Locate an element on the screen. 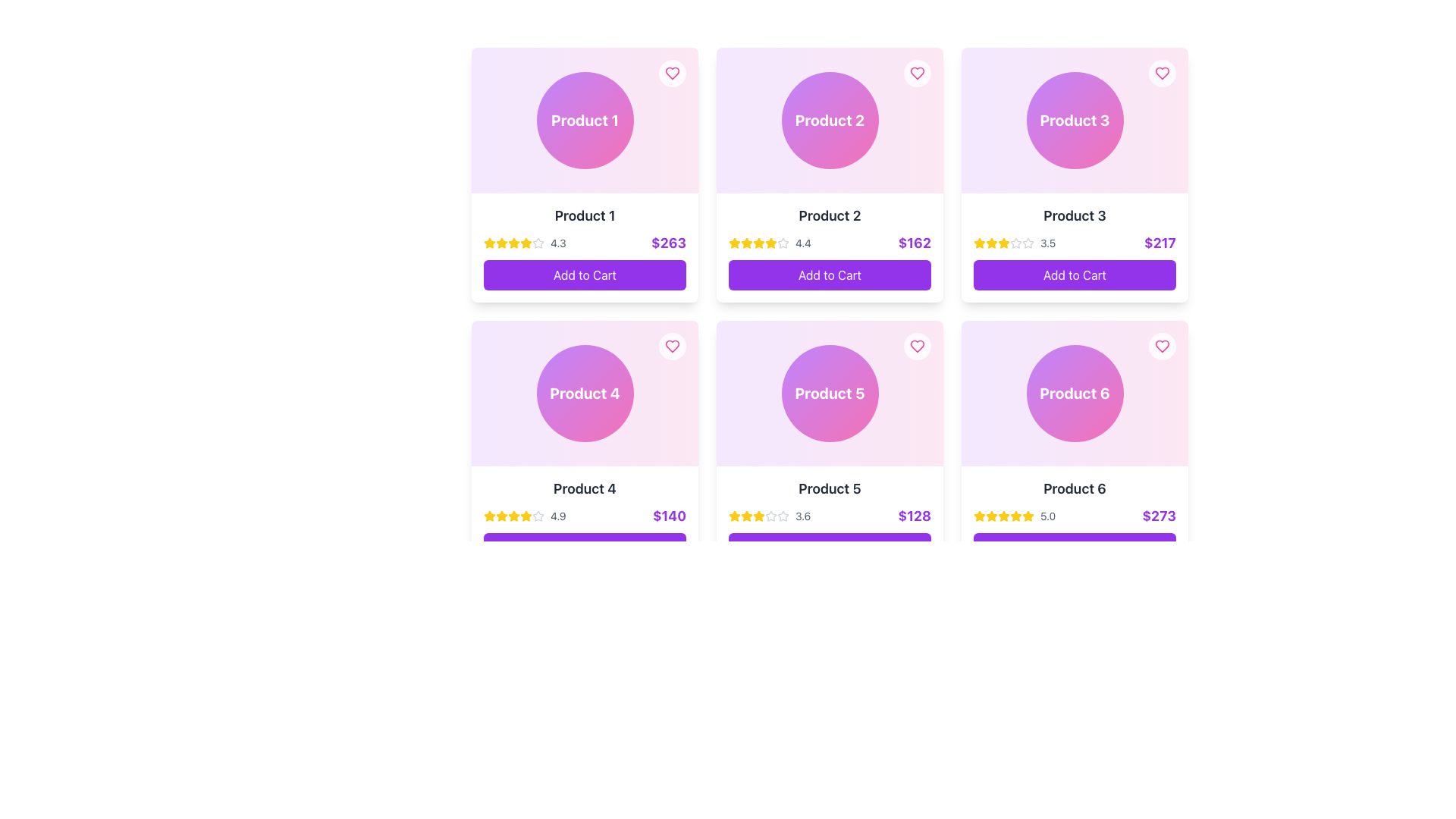 The width and height of the screenshot is (1456, 819). the highest rating star visual indicator for 'Product 6' is located at coordinates (992, 516).